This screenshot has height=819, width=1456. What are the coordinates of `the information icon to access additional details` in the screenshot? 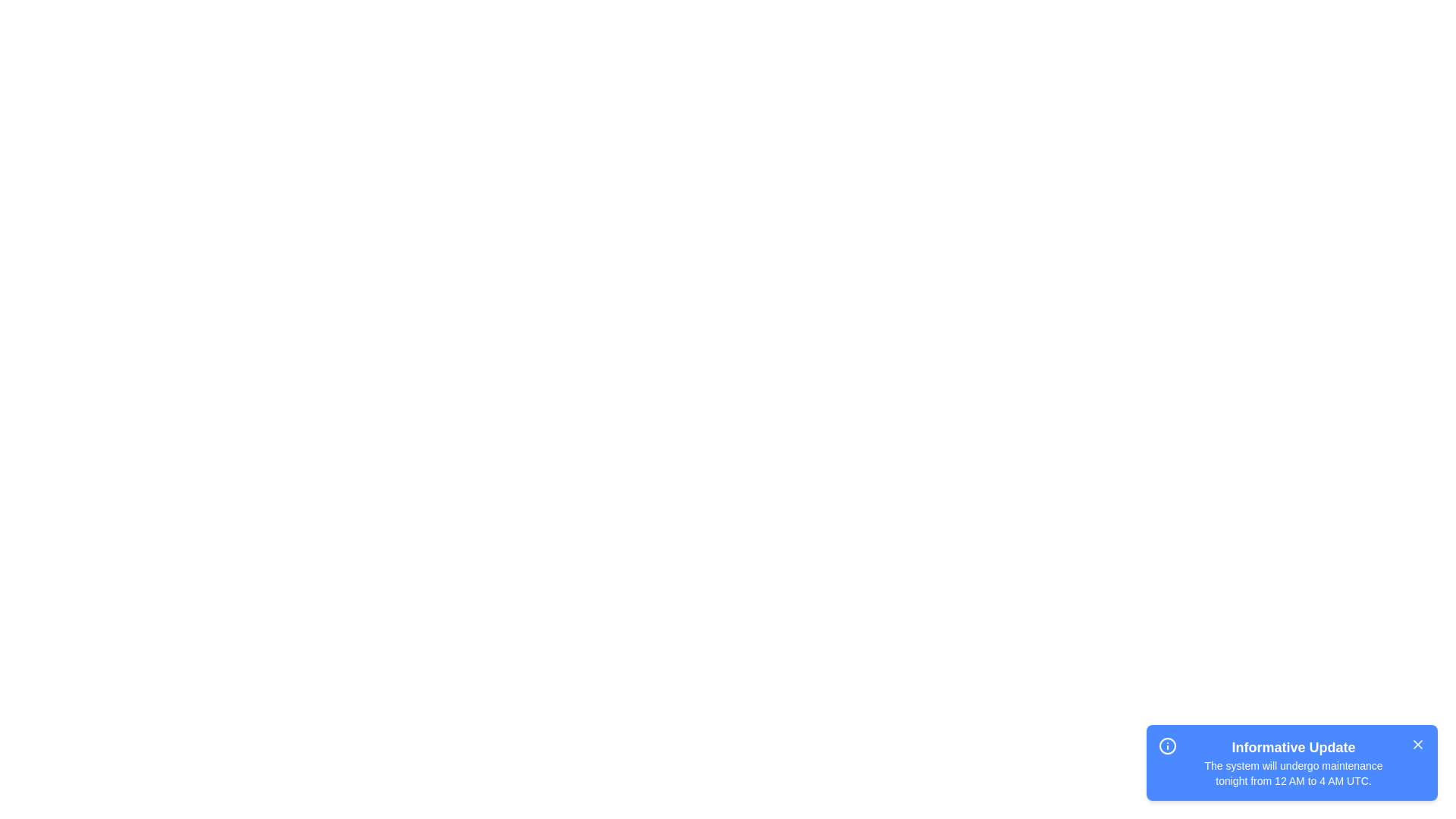 It's located at (1167, 745).